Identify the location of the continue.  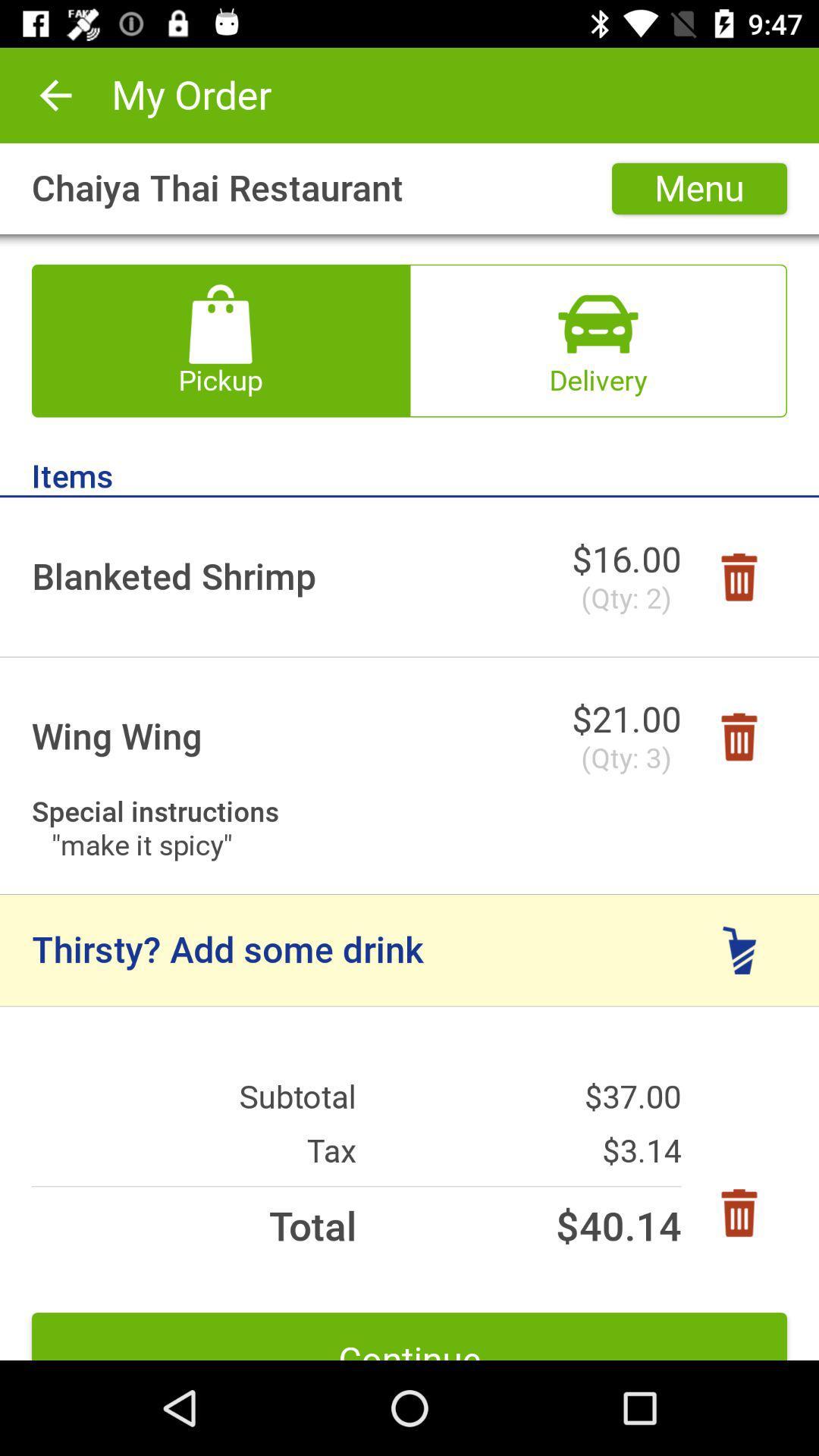
(409, 1336).